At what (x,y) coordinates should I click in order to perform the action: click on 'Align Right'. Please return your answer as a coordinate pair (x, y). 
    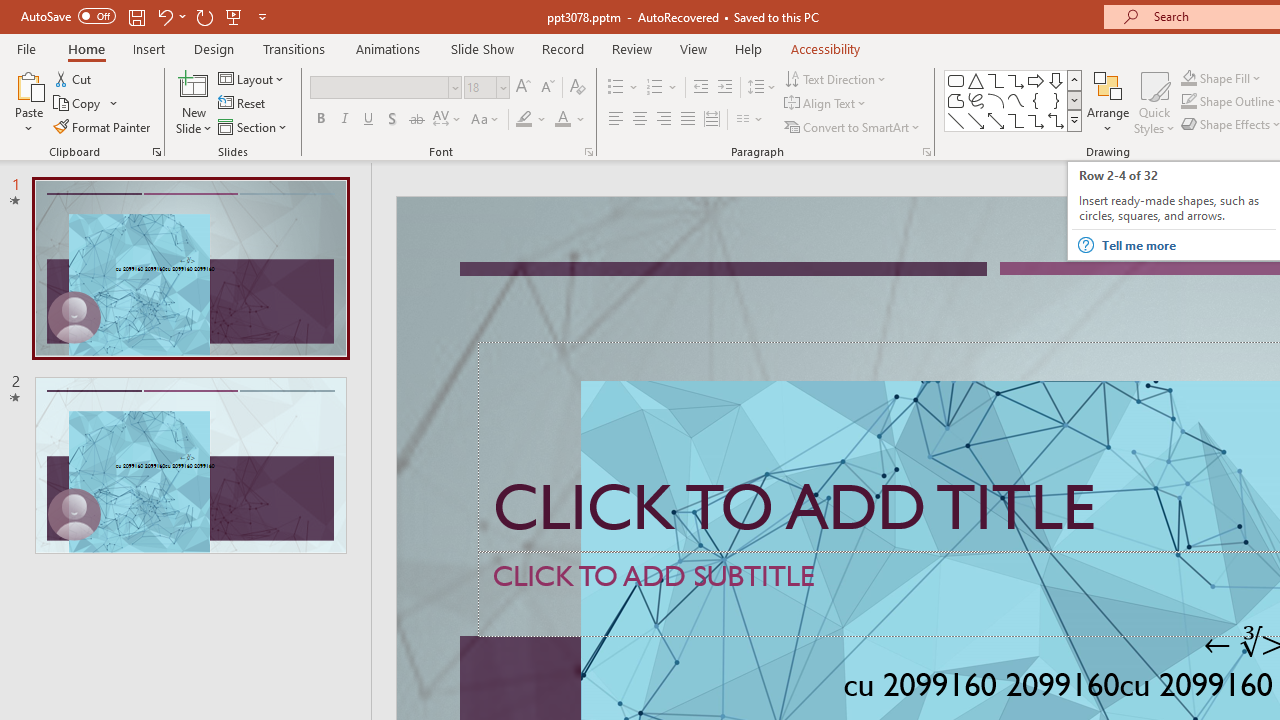
    Looking at the image, I should click on (663, 119).